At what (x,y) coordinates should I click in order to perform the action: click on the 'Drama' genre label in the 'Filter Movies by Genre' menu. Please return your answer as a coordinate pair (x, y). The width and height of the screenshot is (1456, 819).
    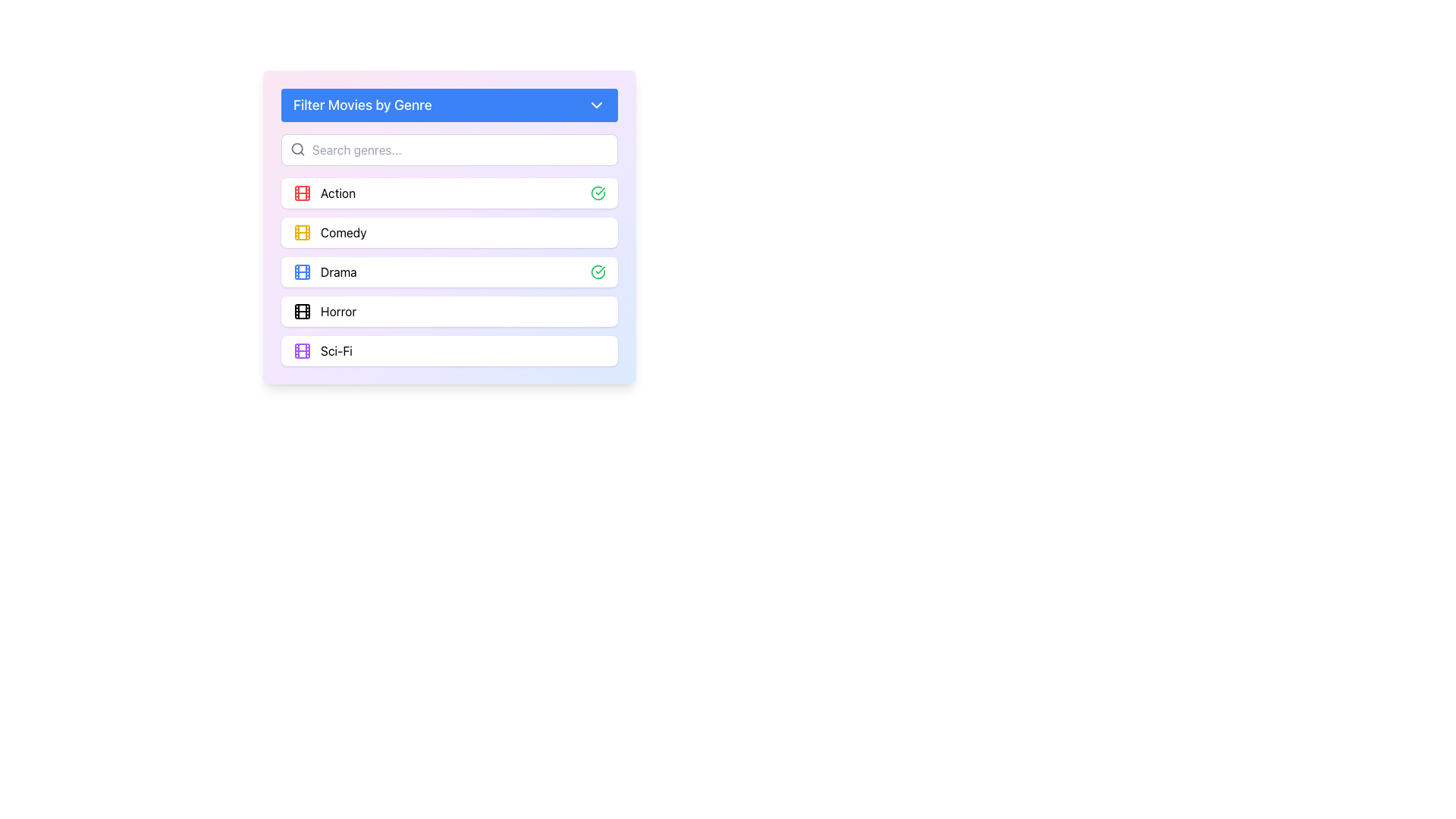
    Looking at the image, I should click on (337, 271).